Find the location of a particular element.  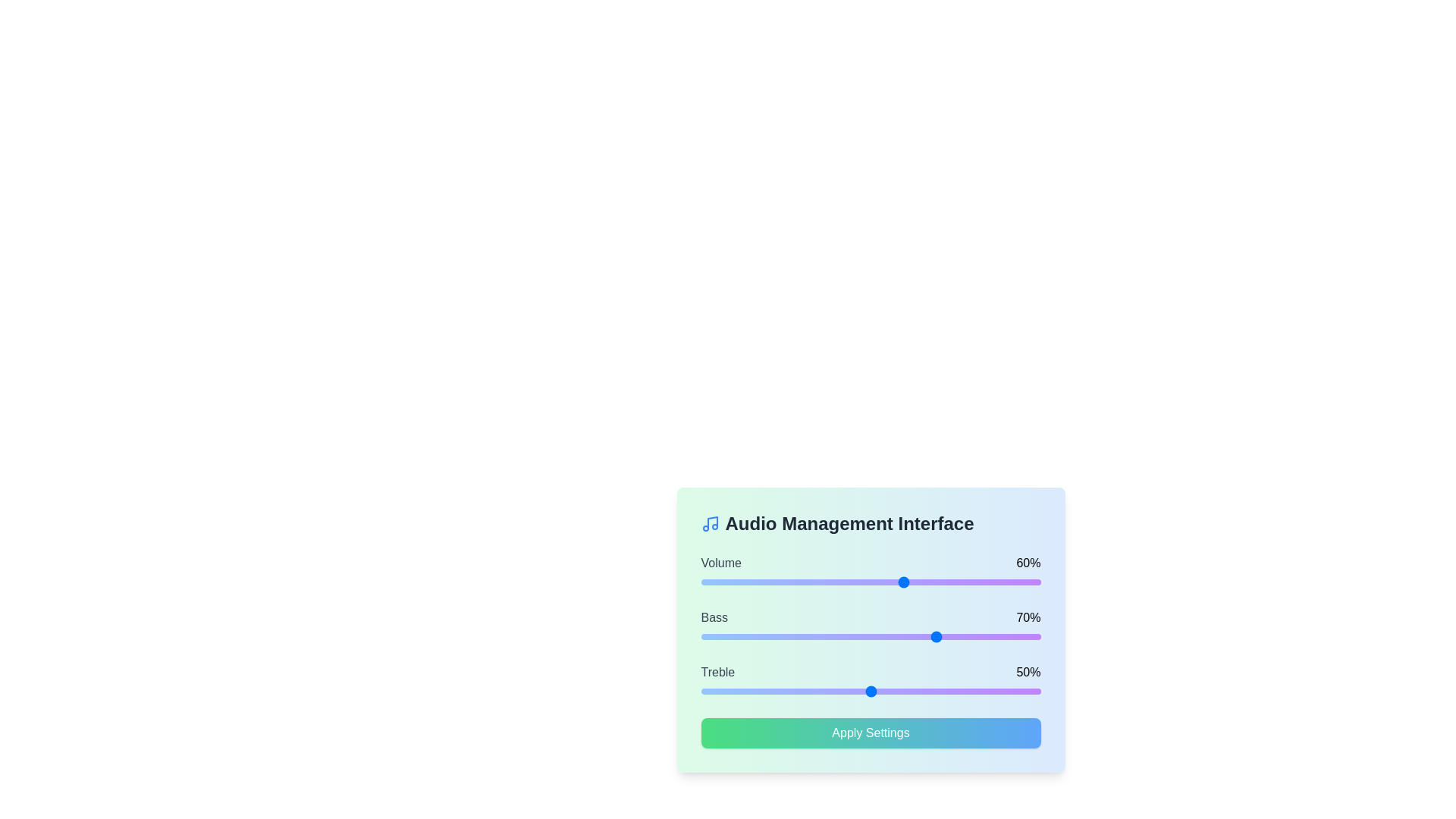

the treble level is located at coordinates (745, 691).